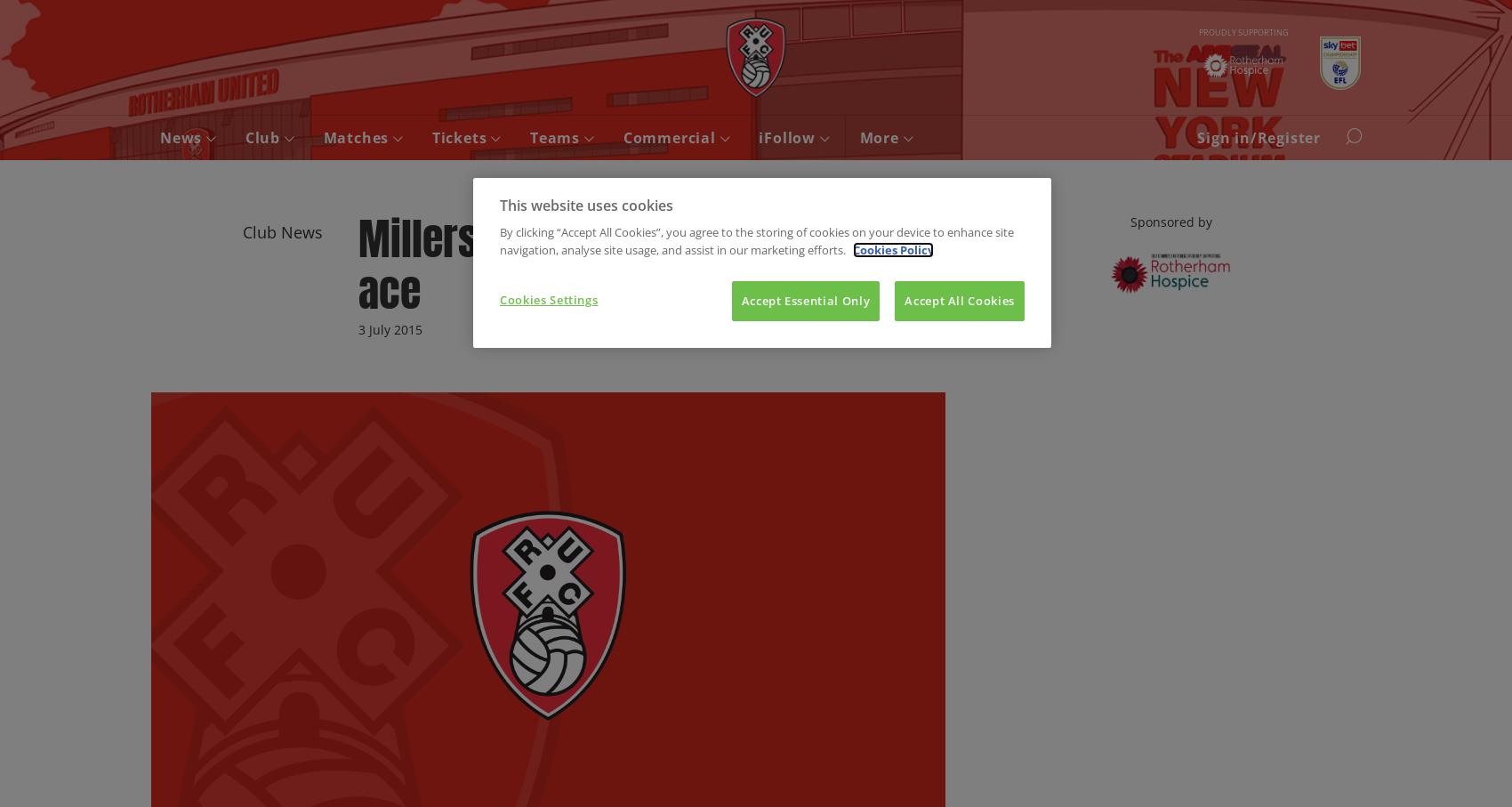 Image resolution: width=1512 pixels, height=807 pixels. What do you see at coordinates (263, 138) in the screenshot?
I see `'Club'` at bounding box center [263, 138].